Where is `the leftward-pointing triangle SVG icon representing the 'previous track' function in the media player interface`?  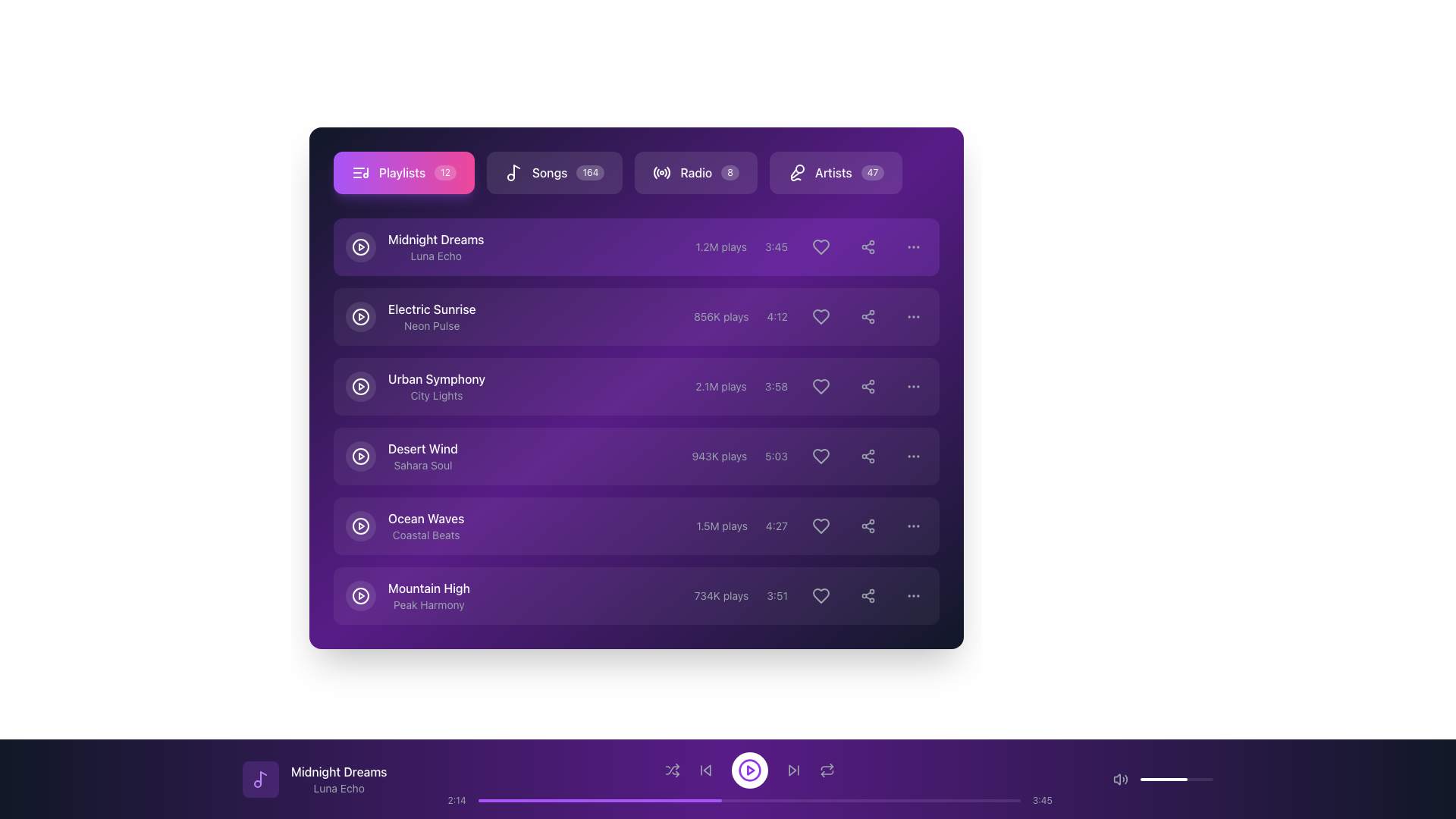 the leftward-pointing triangle SVG icon representing the 'previous track' function in the media player interface is located at coordinates (706, 770).